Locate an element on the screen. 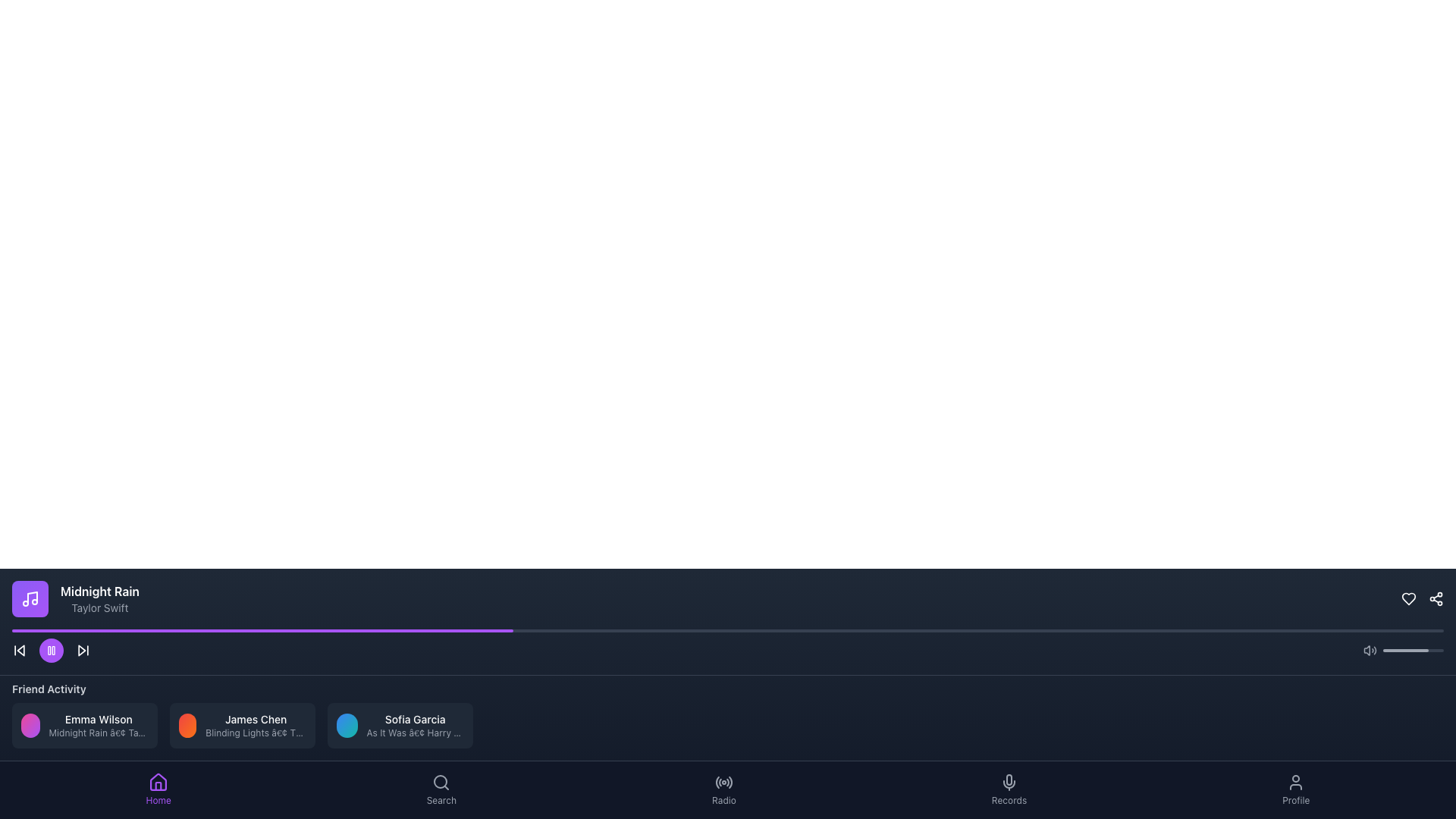  the 'share' icon button, which resembles a network of interconnected nodes, located in the bottom-right corner of the application interface is located at coordinates (1436, 598).